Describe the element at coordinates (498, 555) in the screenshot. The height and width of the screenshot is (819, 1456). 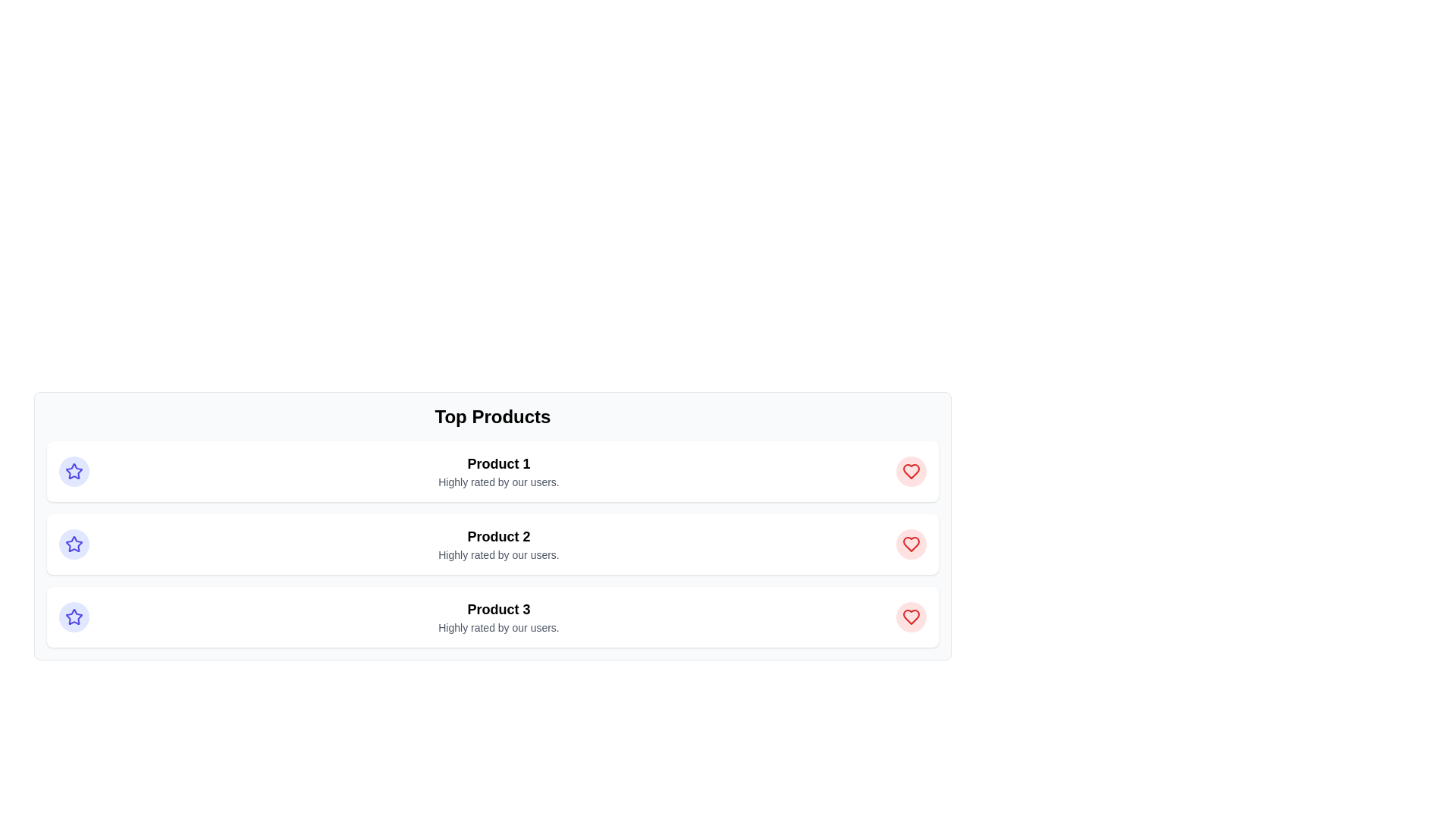
I see `the text display that reads 'Highly rated by our users.', which is positioned directly under the product name 'Product 2'` at that location.